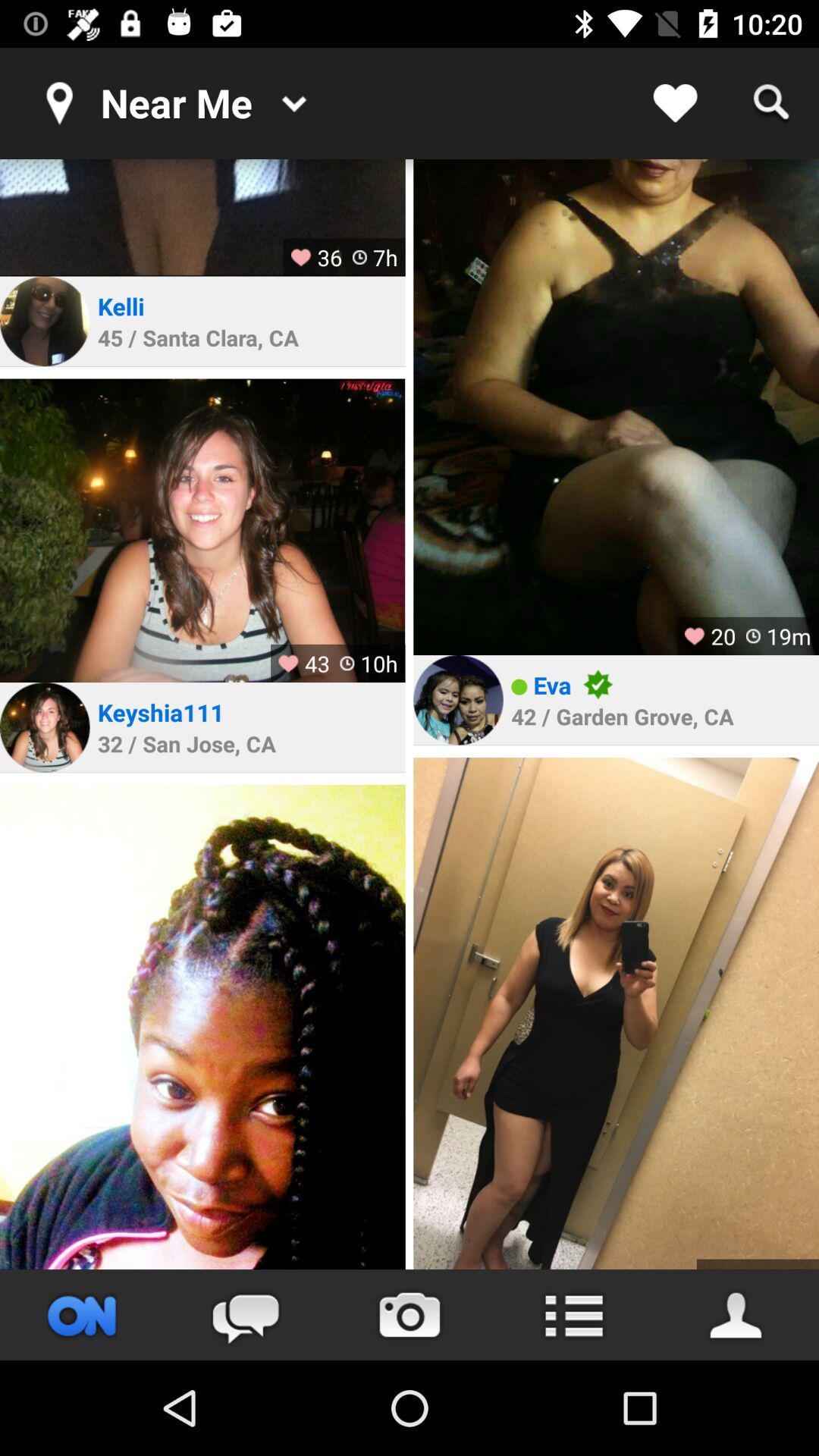  What do you see at coordinates (457, 699) in the screenshot?
I see `link to go to profile page` at bounding box center [457, 699].